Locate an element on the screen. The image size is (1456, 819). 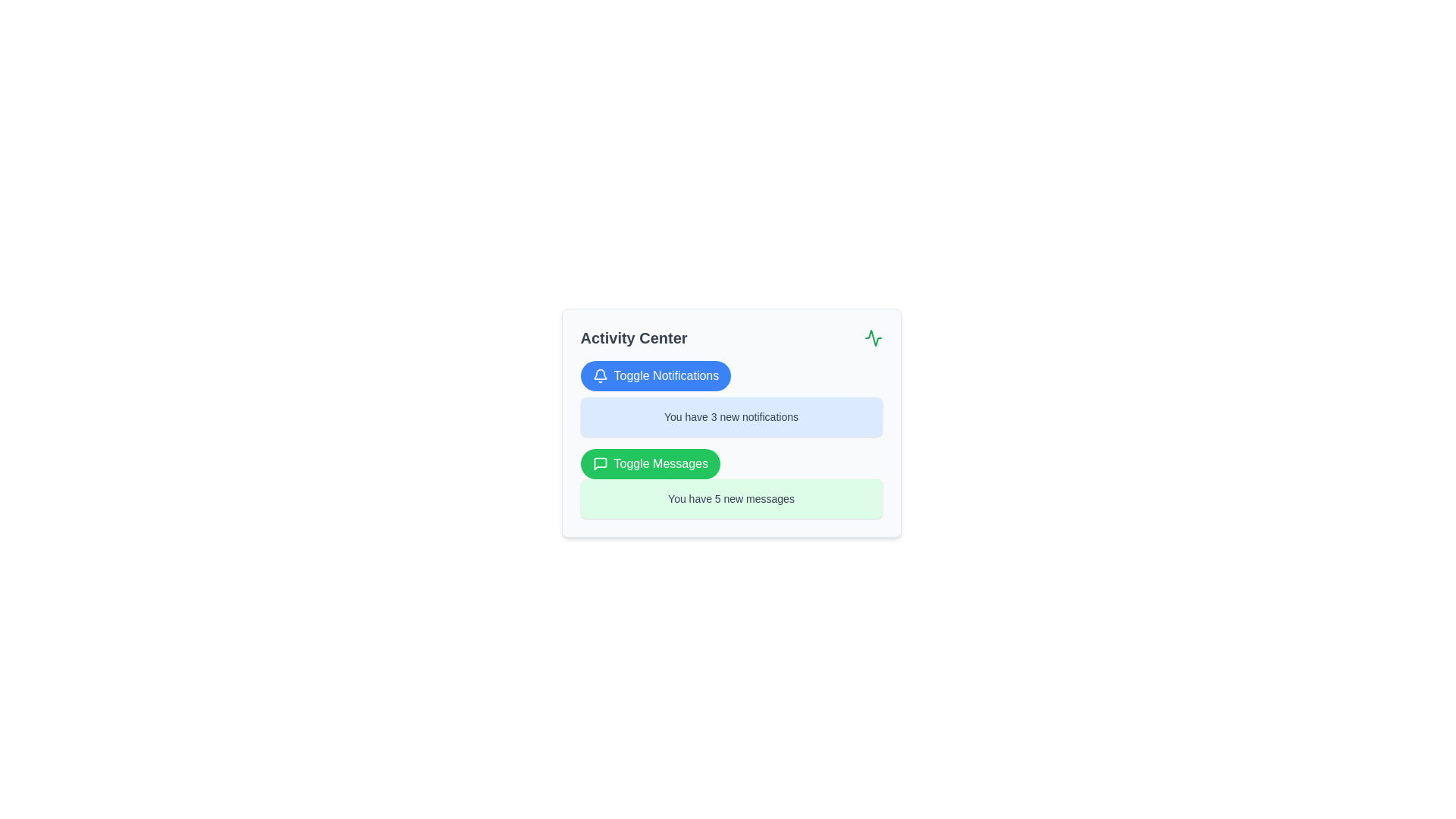
the bell icon indicative of the notification feature, which is part of the 'Toggle Notifications' button located in the top-left quadrant of the interface is located at coordinates (599, 375).